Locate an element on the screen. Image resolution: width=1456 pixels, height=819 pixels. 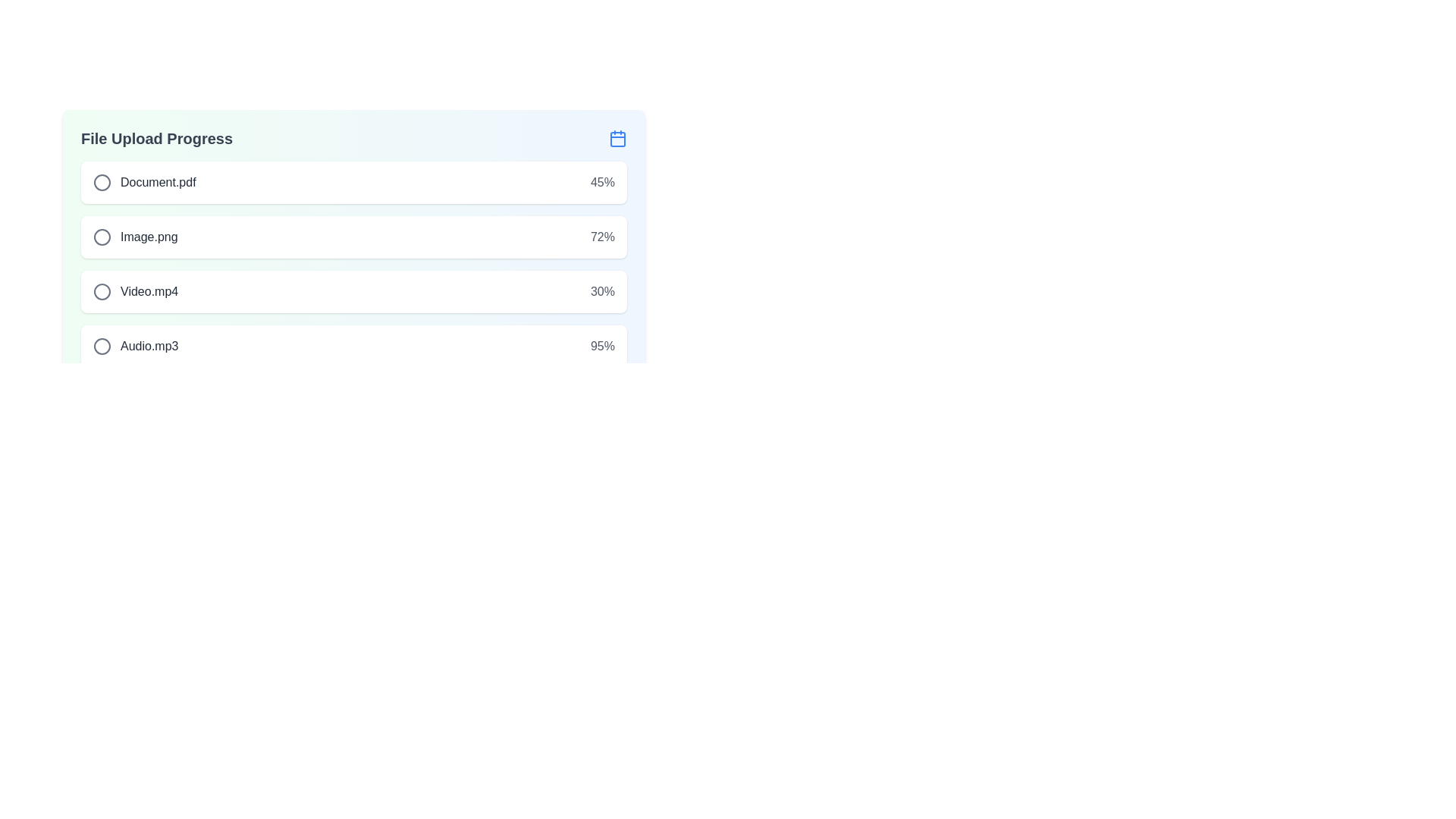
the progress item indicating the upload status of 'Video.mp4' at 30% in the 'File Upload Progress' list is located at coordinates (353, 292).